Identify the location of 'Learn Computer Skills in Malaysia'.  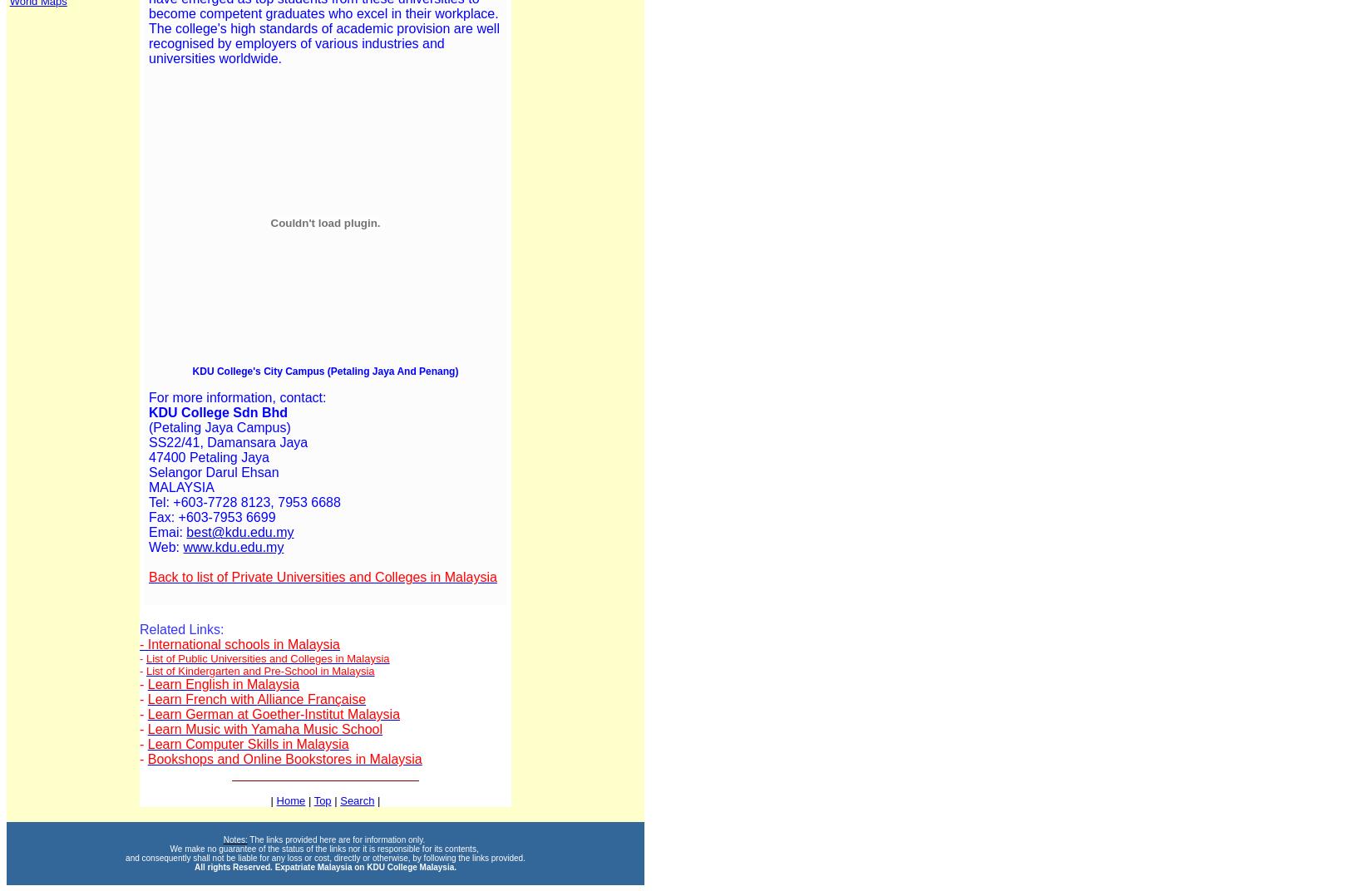
(247, 744).